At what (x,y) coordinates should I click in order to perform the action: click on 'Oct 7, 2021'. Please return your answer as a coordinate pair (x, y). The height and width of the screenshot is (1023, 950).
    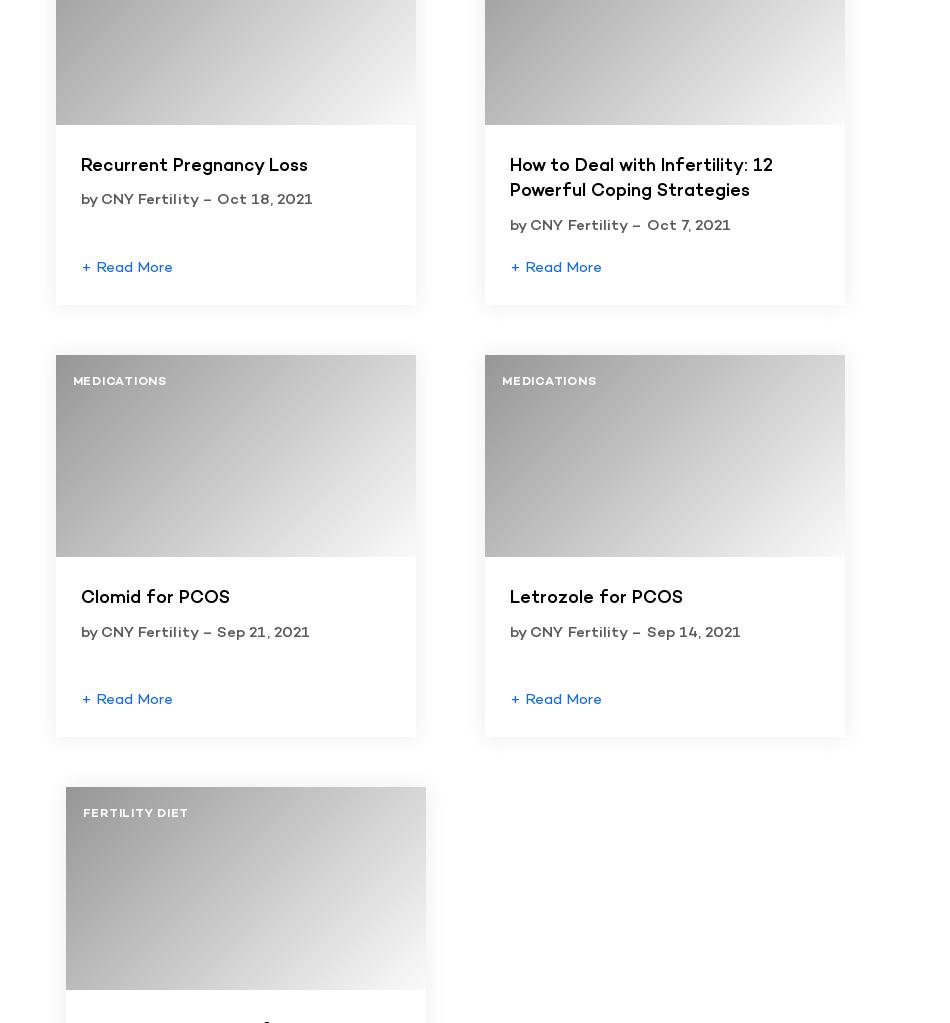
    Looking at the image, I should click on (688, 224).